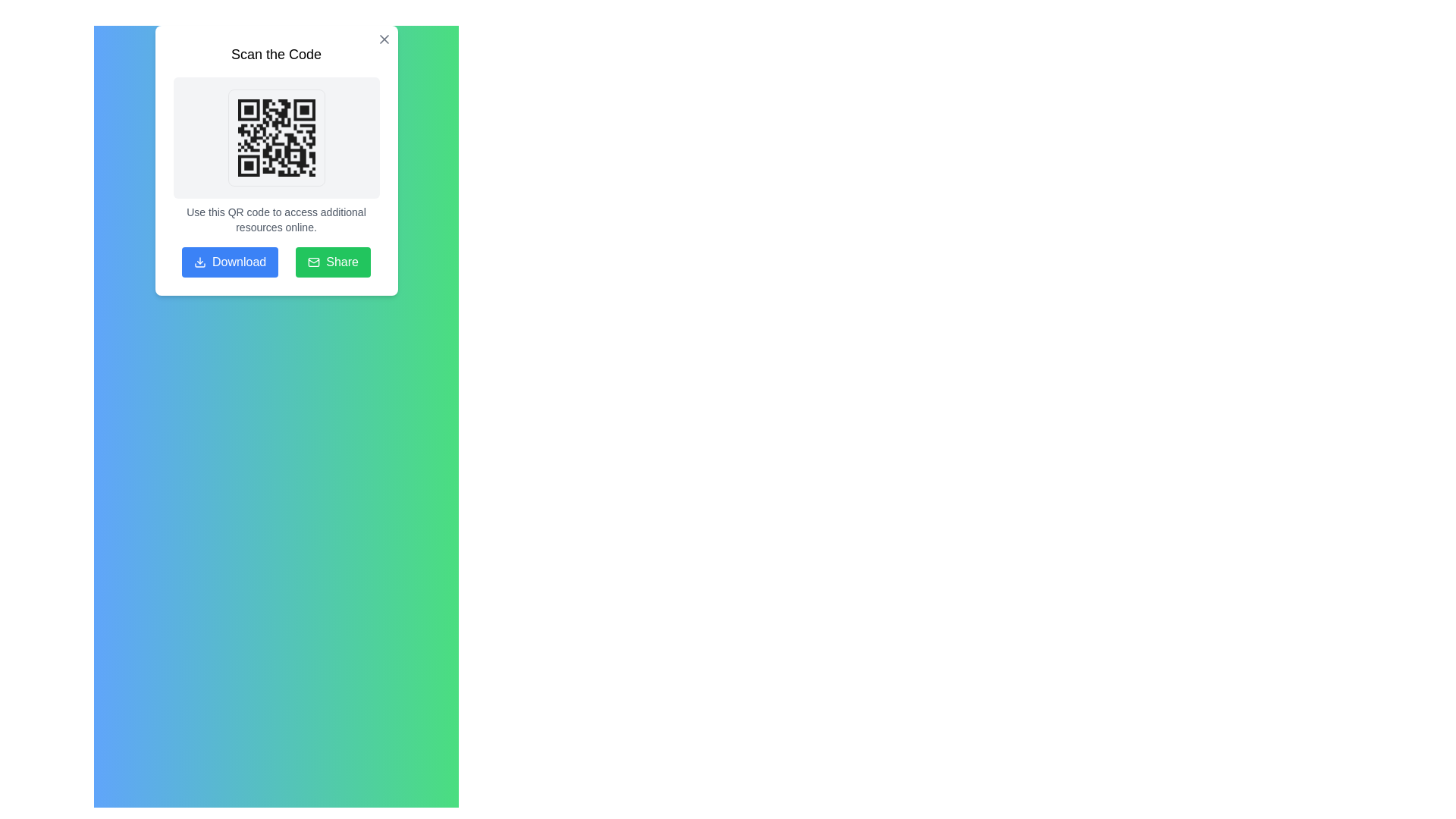 Image resolution: width=1456 pixels, height=819 pixels. I want to click on the 'Download' button with a blue background and white text to initiate the download, so click(229, 262).